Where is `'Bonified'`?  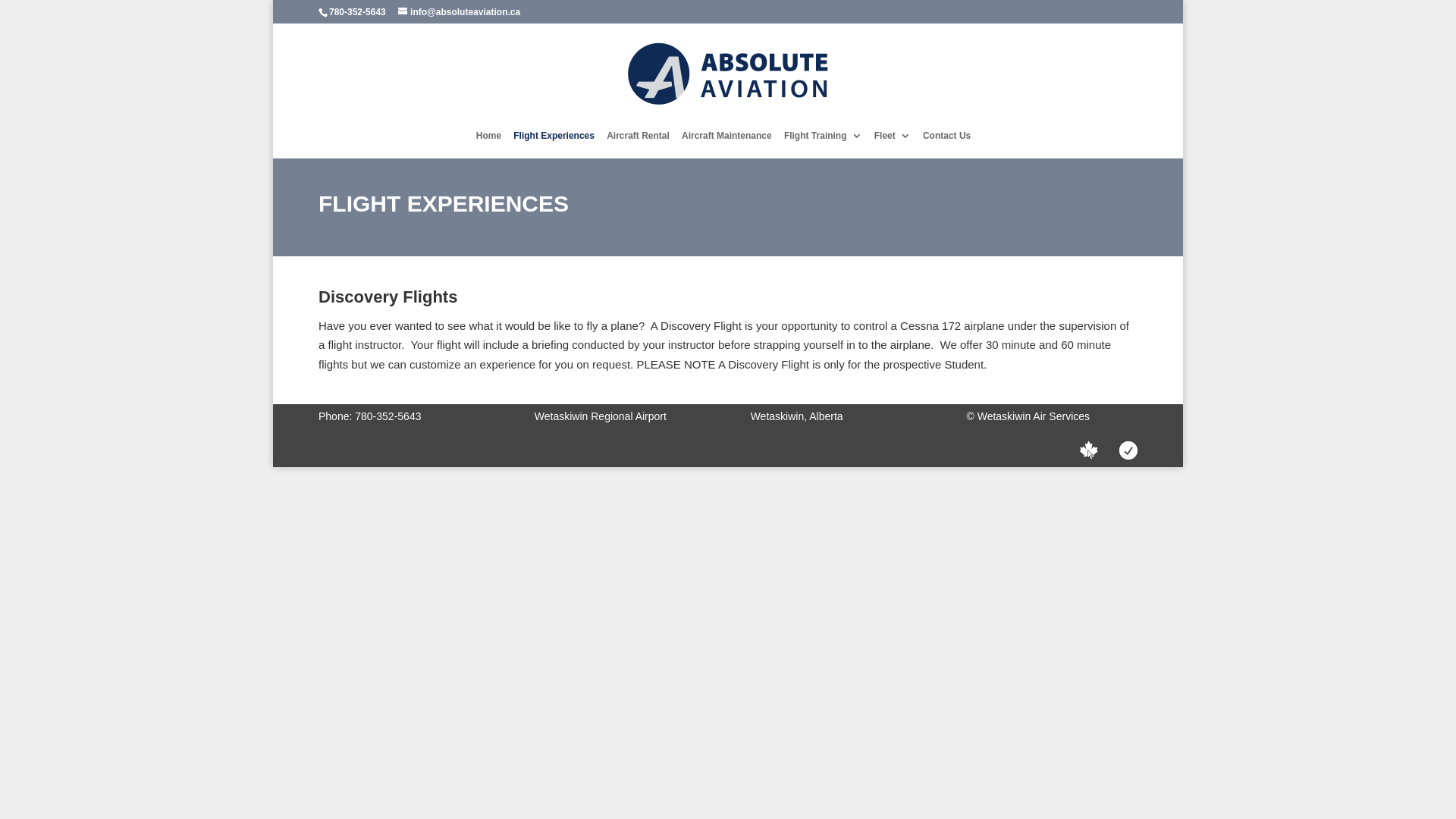 'Bonified' is located at coordinates (1128, 450).